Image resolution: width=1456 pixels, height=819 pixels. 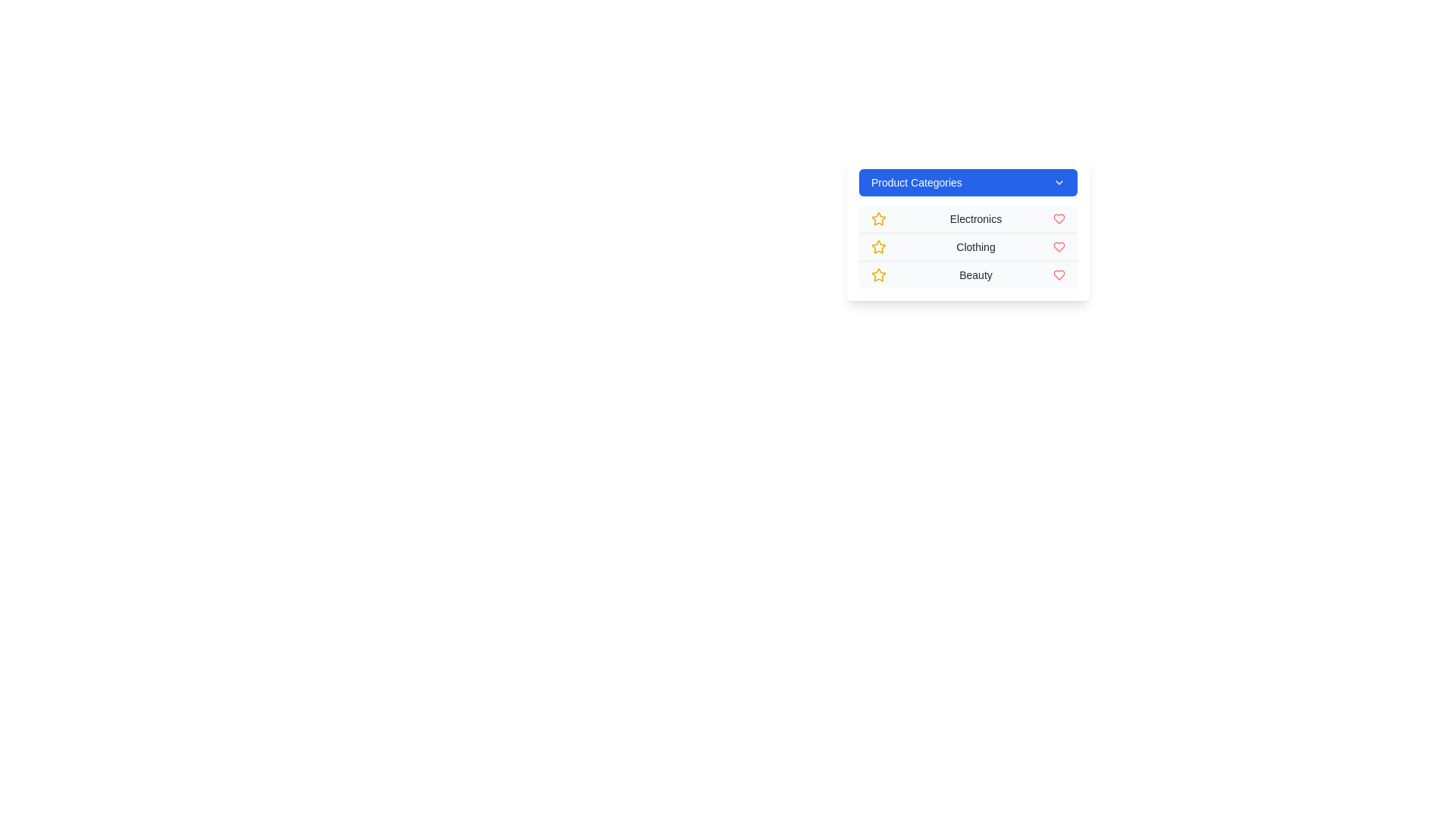 What do you see at coordinates (878, 275) in the screenshot?
I see `the star icon next to the Beauty category` at bounding box center [878, 275].